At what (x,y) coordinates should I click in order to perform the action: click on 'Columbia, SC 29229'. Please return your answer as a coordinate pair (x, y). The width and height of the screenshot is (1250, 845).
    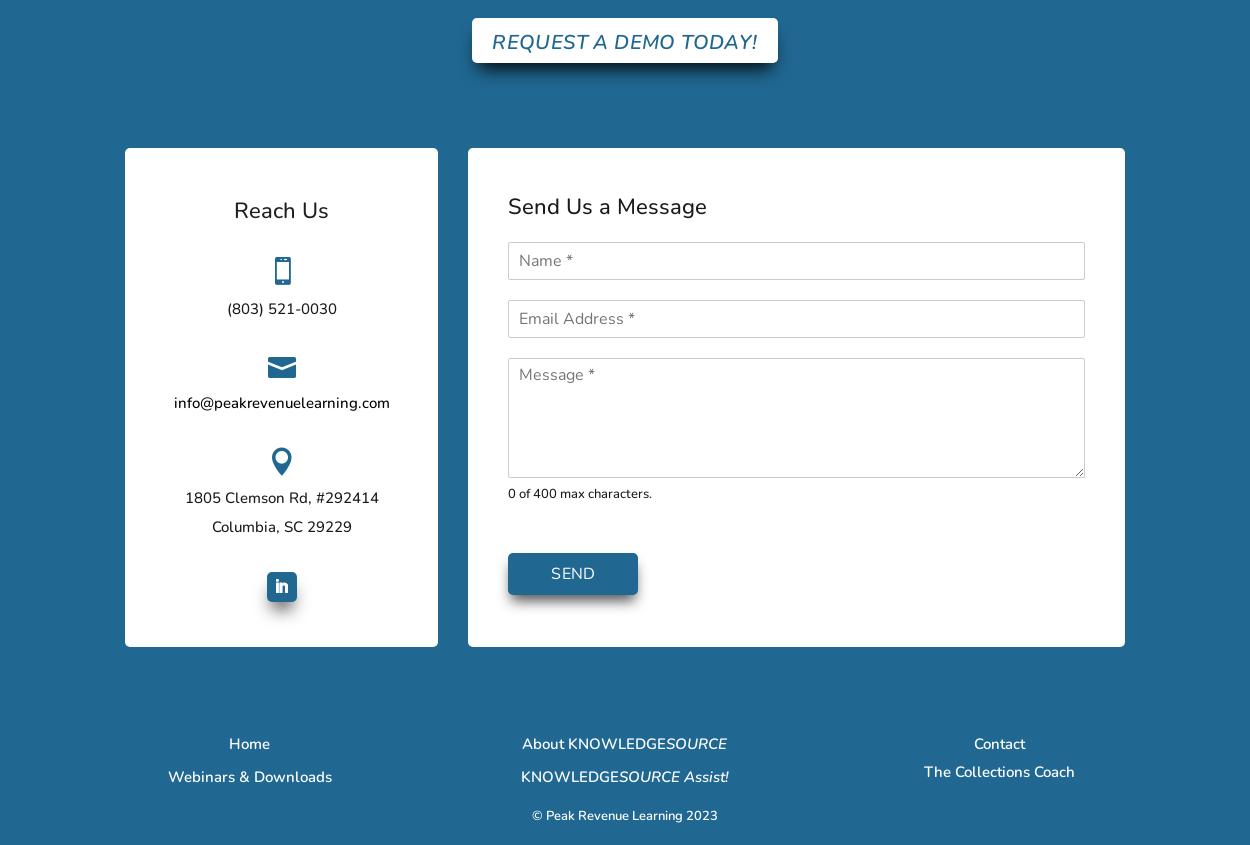
    Looking at the image, I should click on (281, 525).